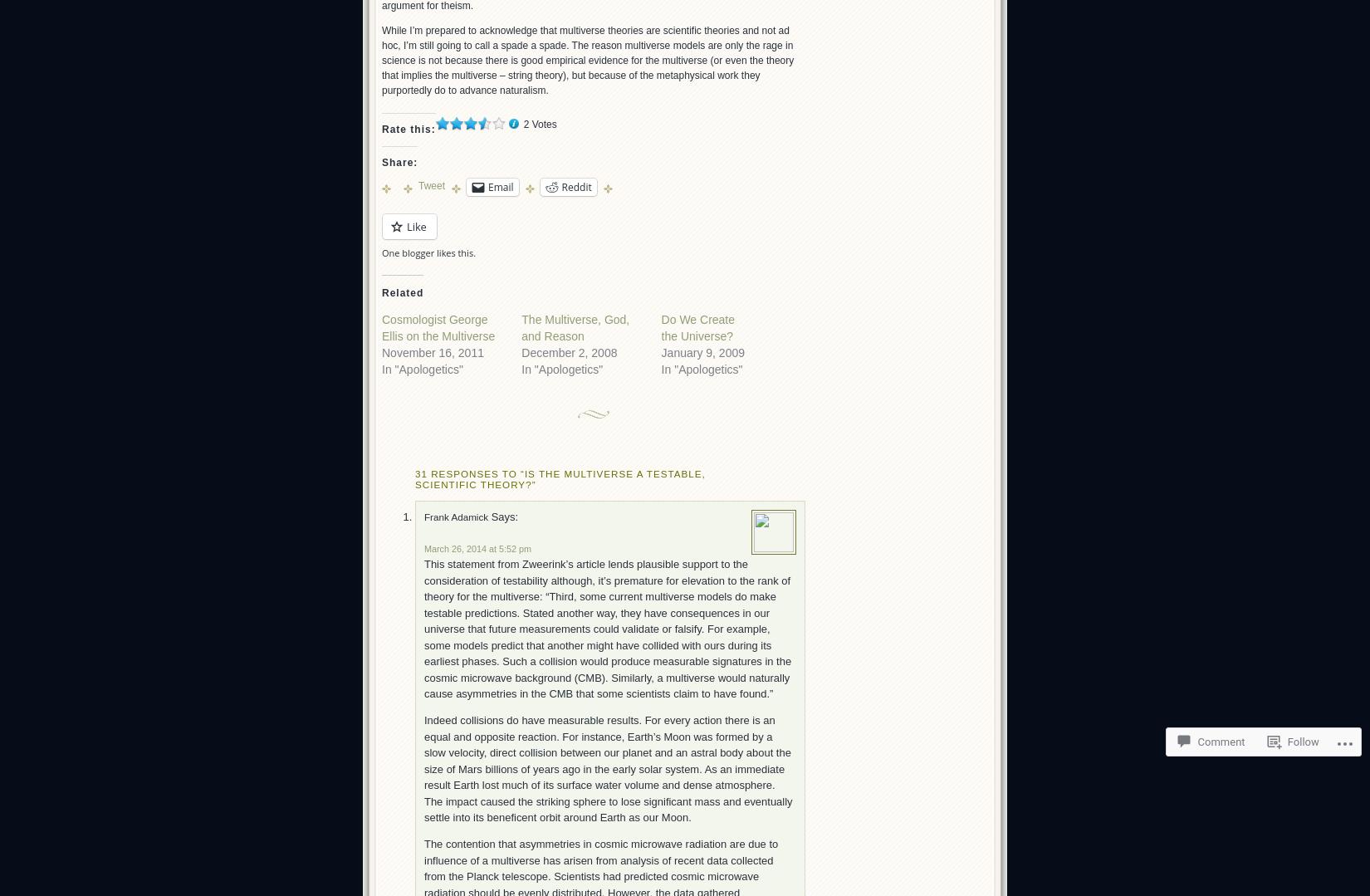  I want to click on 'Tweet', so click(431, 184).